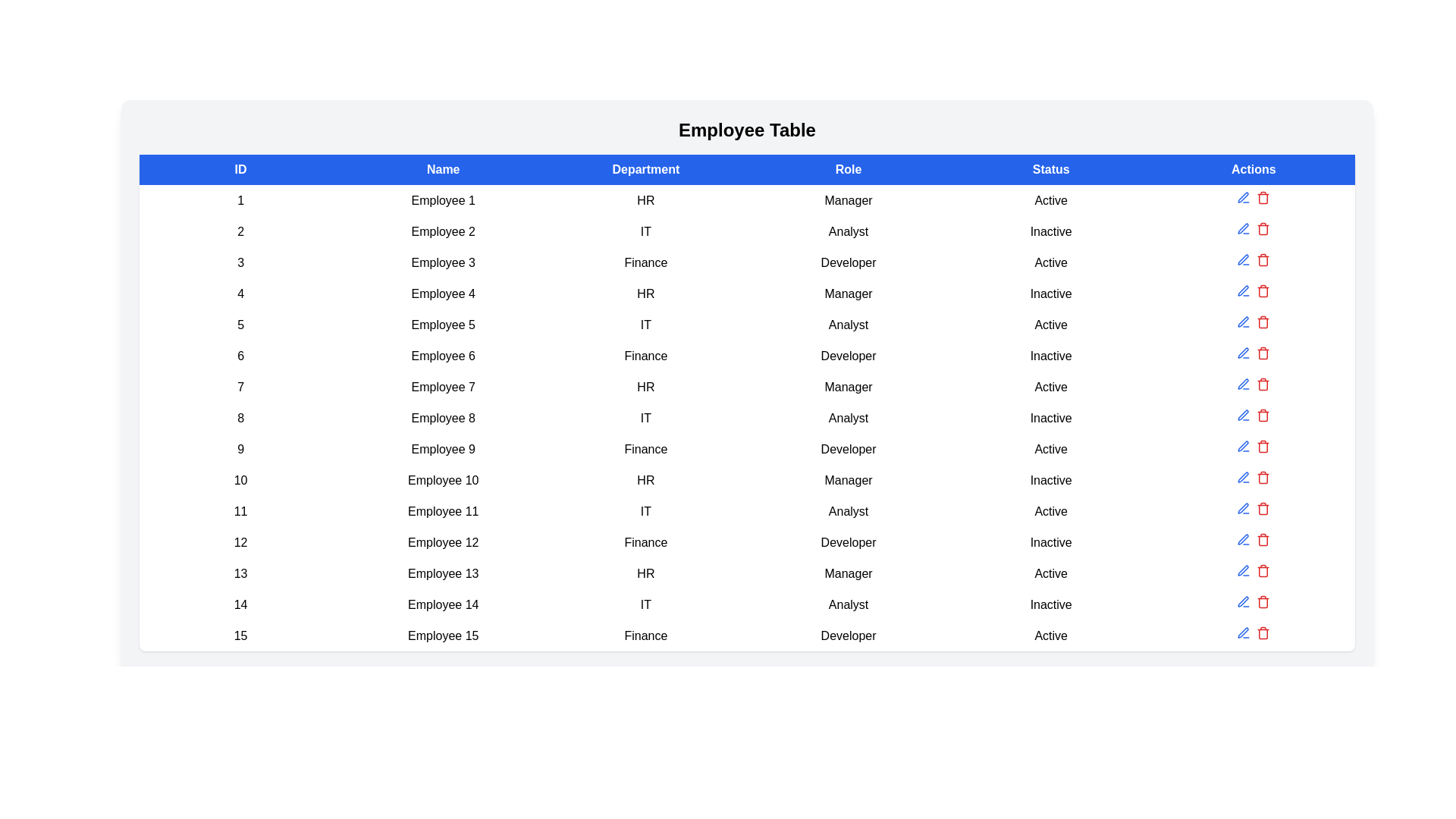 The image size is (1456, 819). What do you see at coordinates (1050, 169) in the screenshot?
I see `the column header labeled 'Status' to sort the table rows by that column` at bounding box center [1050, 169].